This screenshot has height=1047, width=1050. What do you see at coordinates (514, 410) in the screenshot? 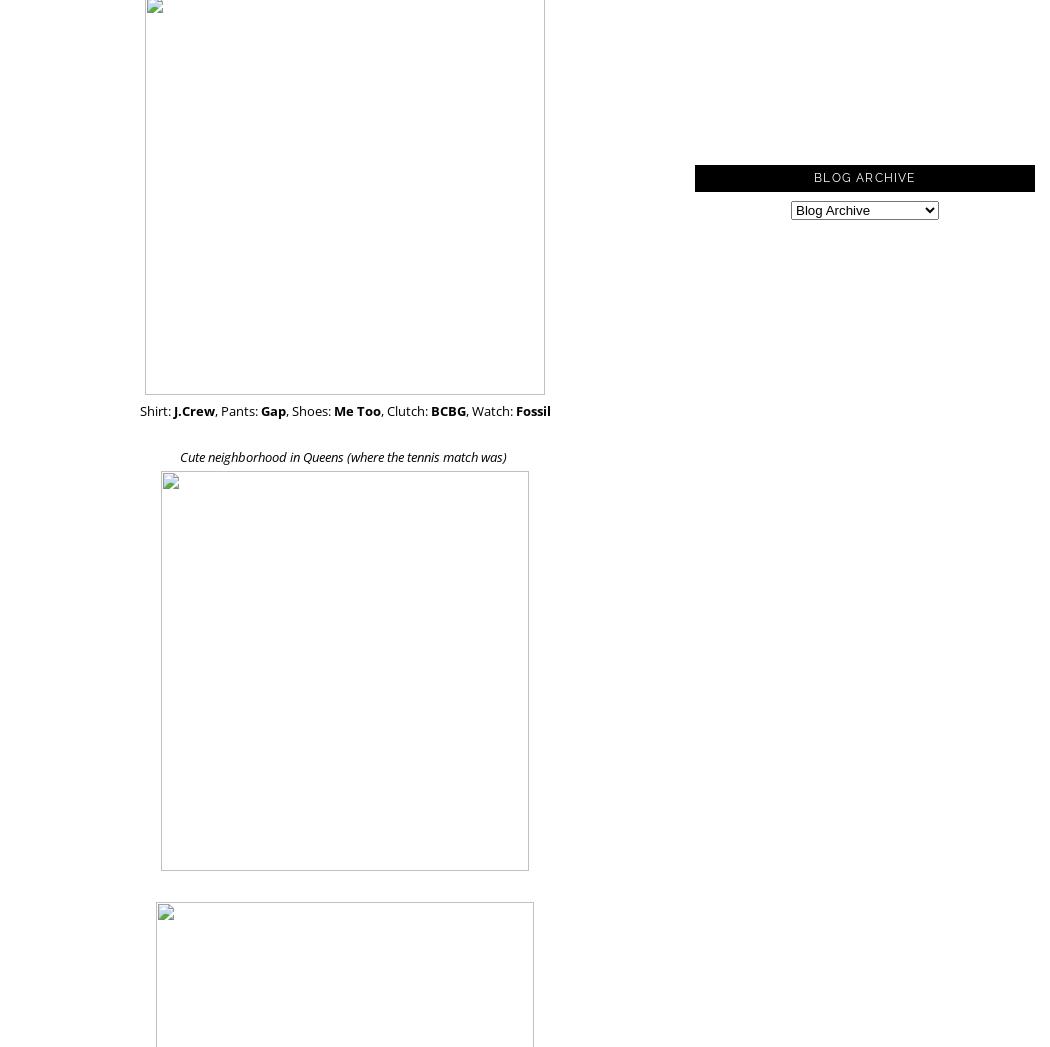
I see `'Fossil'` at bounding box center [514, 410].